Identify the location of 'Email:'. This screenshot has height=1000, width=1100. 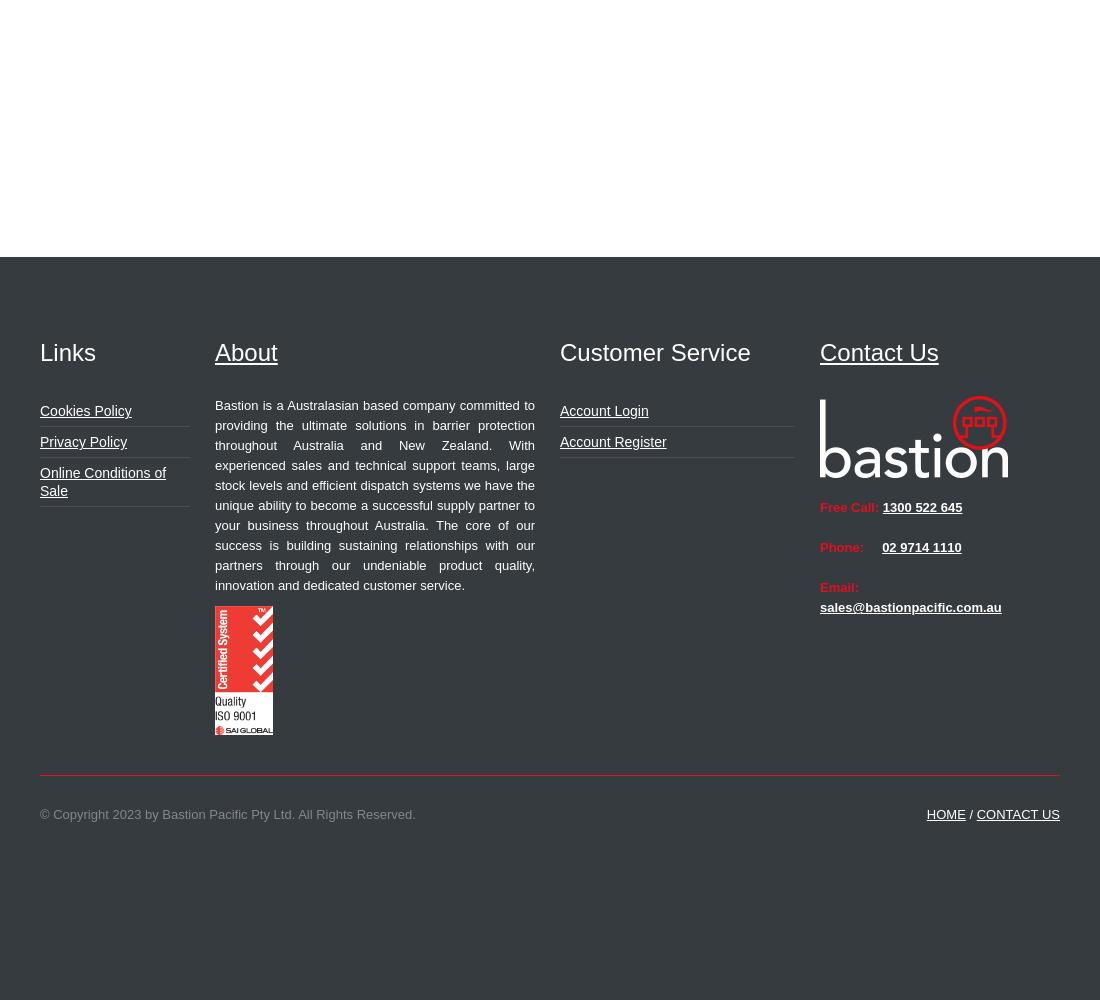
(939, 586).